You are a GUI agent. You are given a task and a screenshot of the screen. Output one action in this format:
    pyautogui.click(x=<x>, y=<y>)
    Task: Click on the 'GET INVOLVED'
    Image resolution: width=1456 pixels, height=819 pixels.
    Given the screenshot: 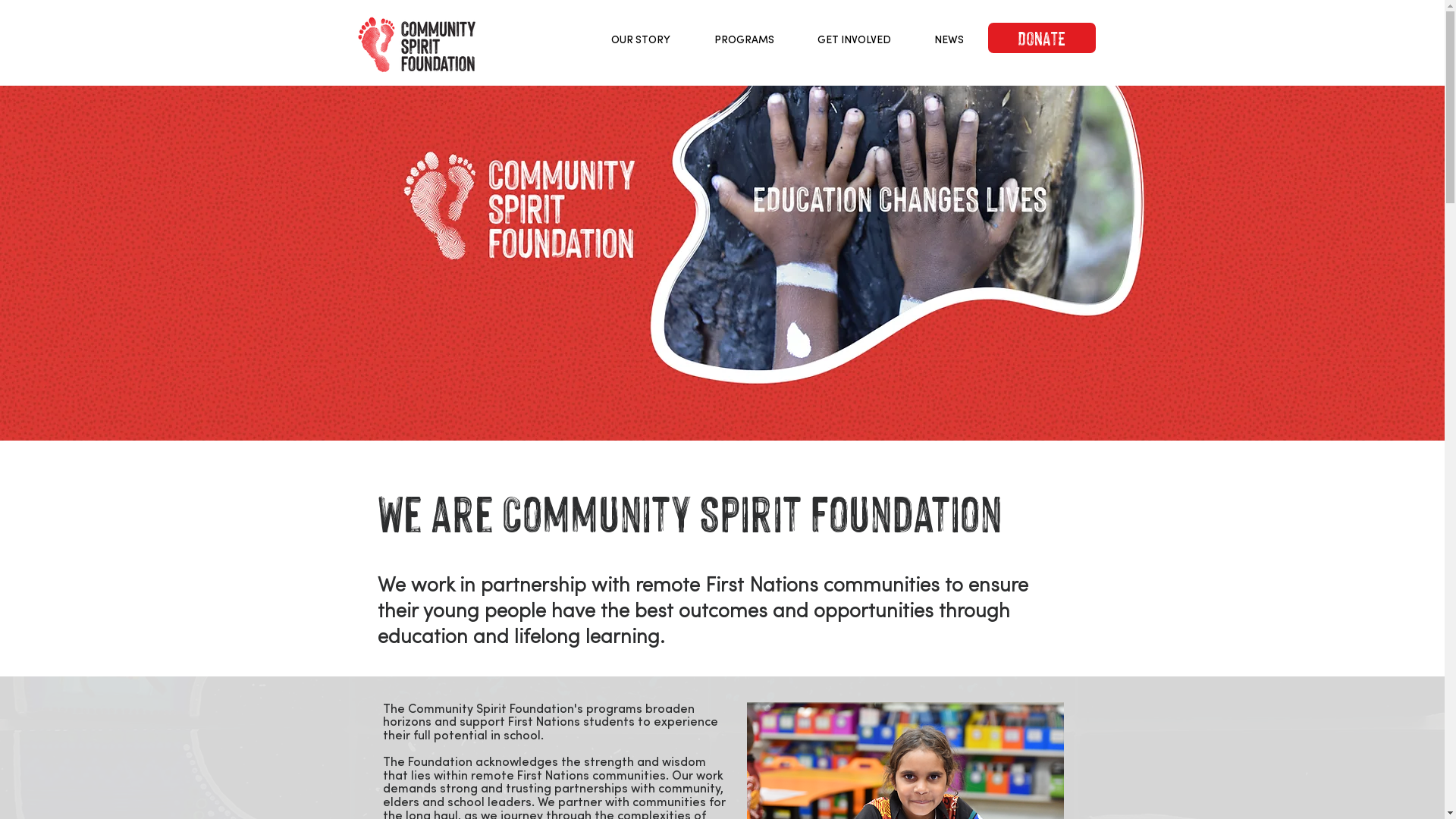 What is the action you would take?
    pyautogui.click(x=855, y=38)
    